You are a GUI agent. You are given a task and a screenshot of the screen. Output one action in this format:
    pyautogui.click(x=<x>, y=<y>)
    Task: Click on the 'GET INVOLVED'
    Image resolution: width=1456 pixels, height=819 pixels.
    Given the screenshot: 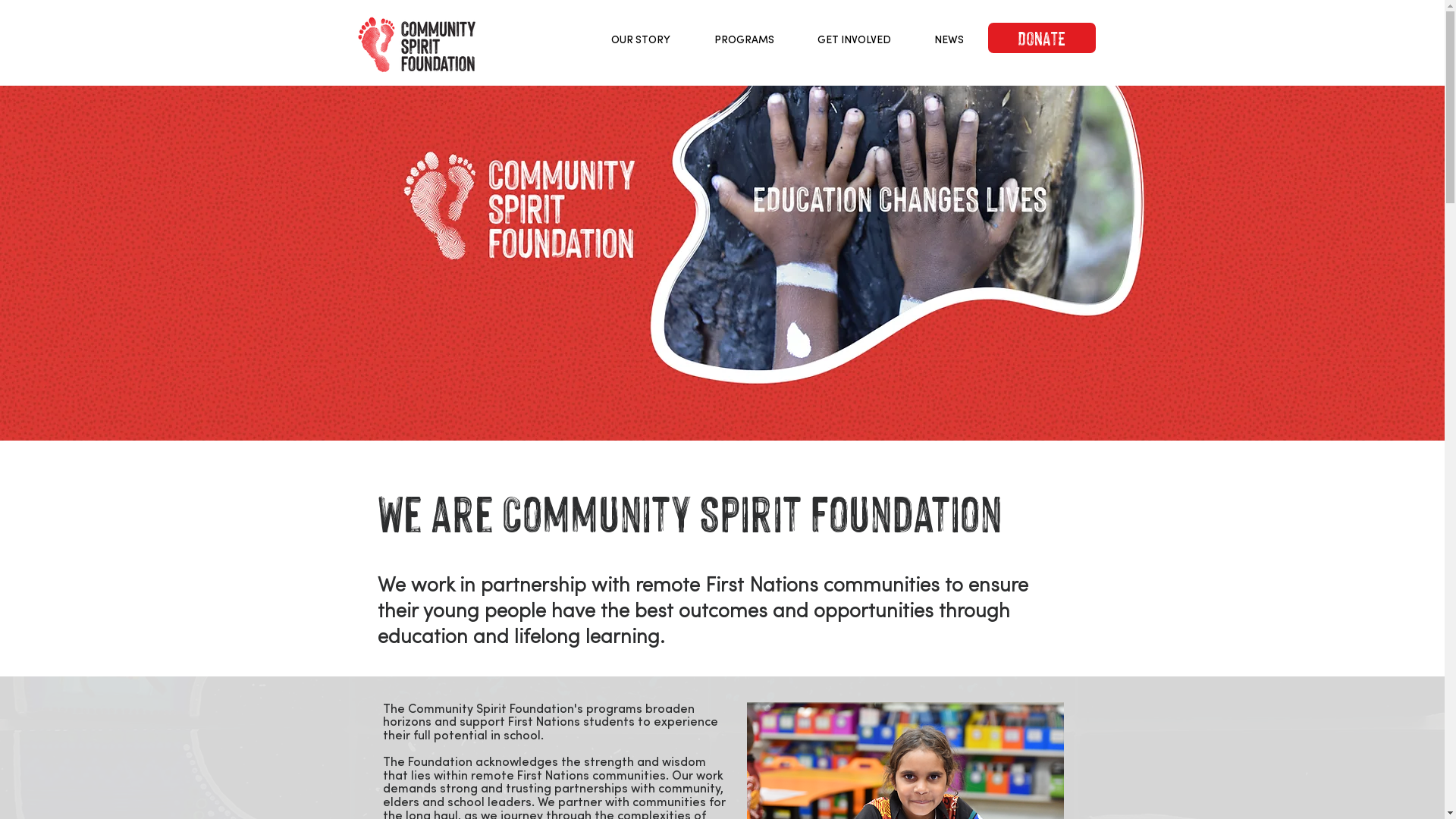 What is the action you would take?
    pyautogui.click(x=855, y=38)
    